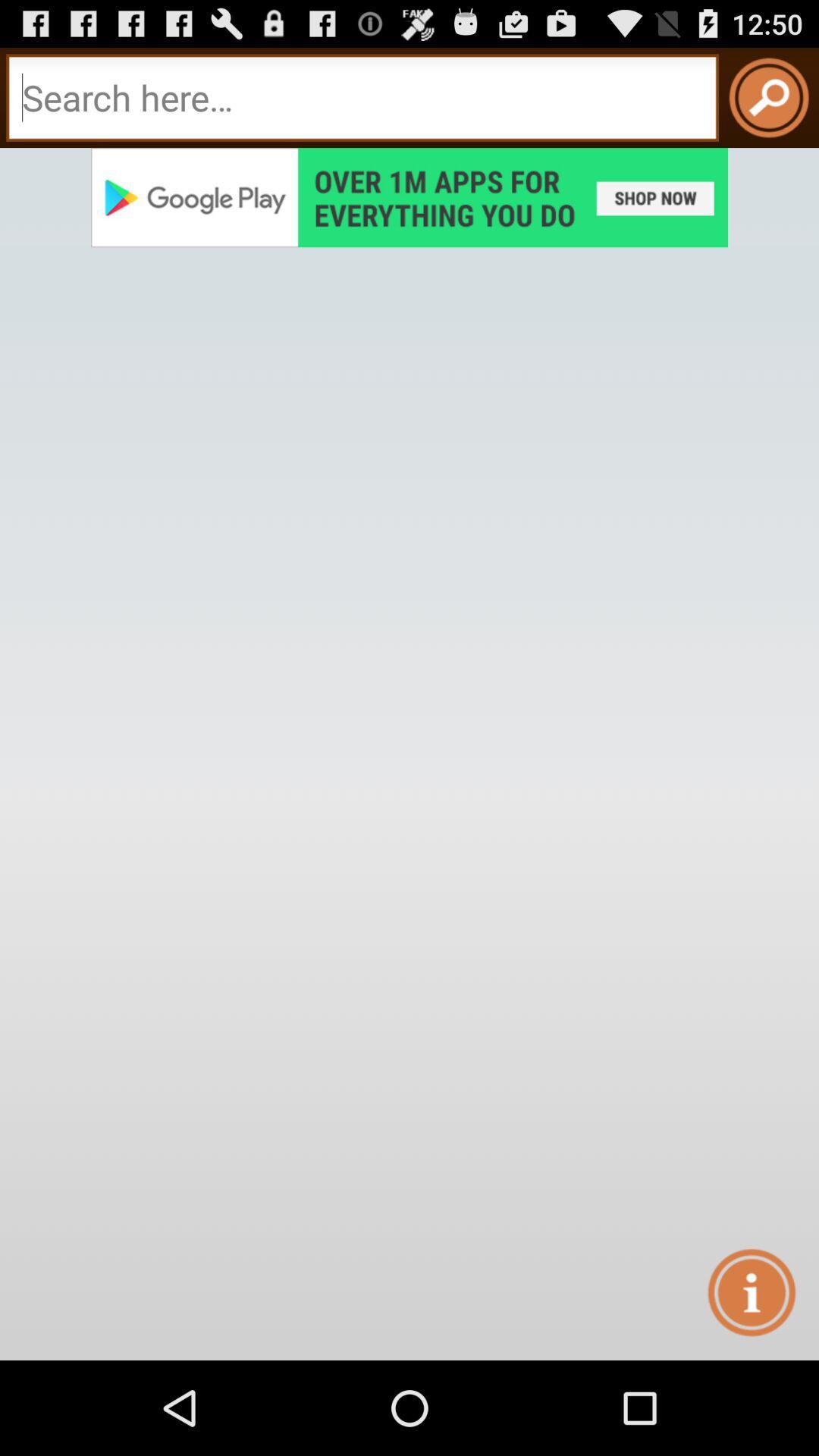  Describe the element at coordinates (751, 1383) in the screenshot. I see `the info icon` at that location.